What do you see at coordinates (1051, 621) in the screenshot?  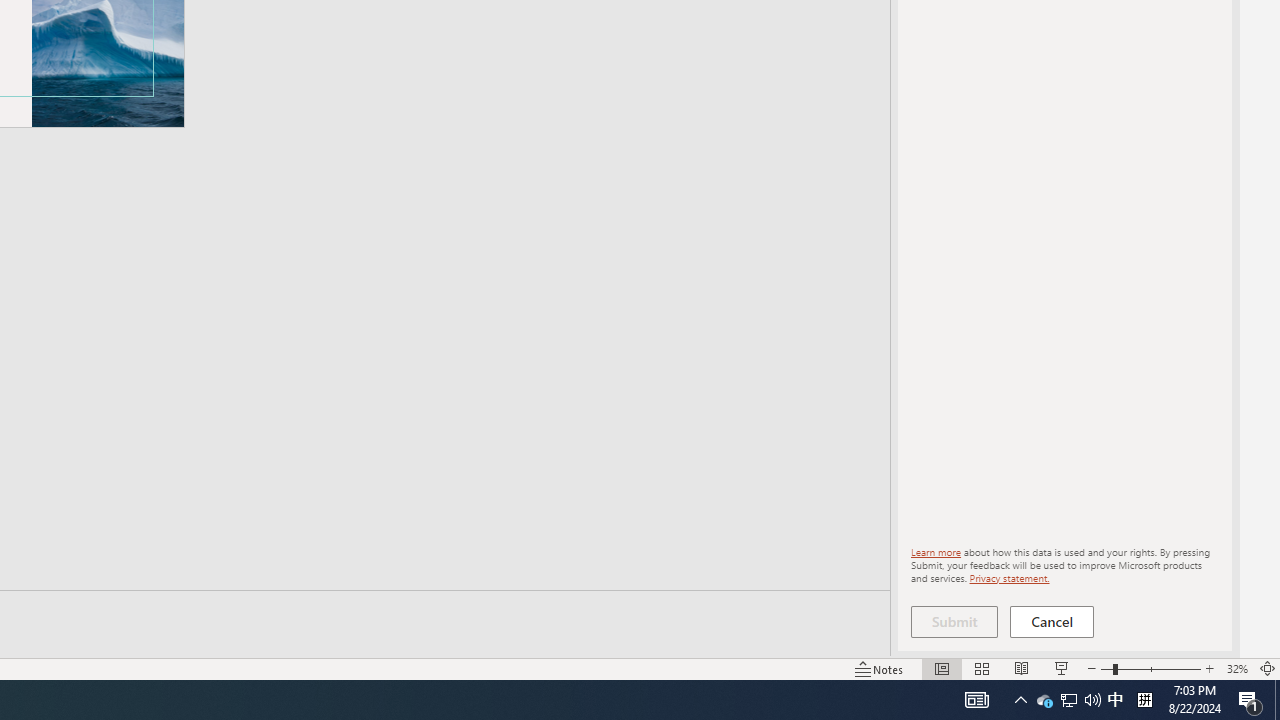 I see `'Cancel'` at bounding box center [1051, 621].